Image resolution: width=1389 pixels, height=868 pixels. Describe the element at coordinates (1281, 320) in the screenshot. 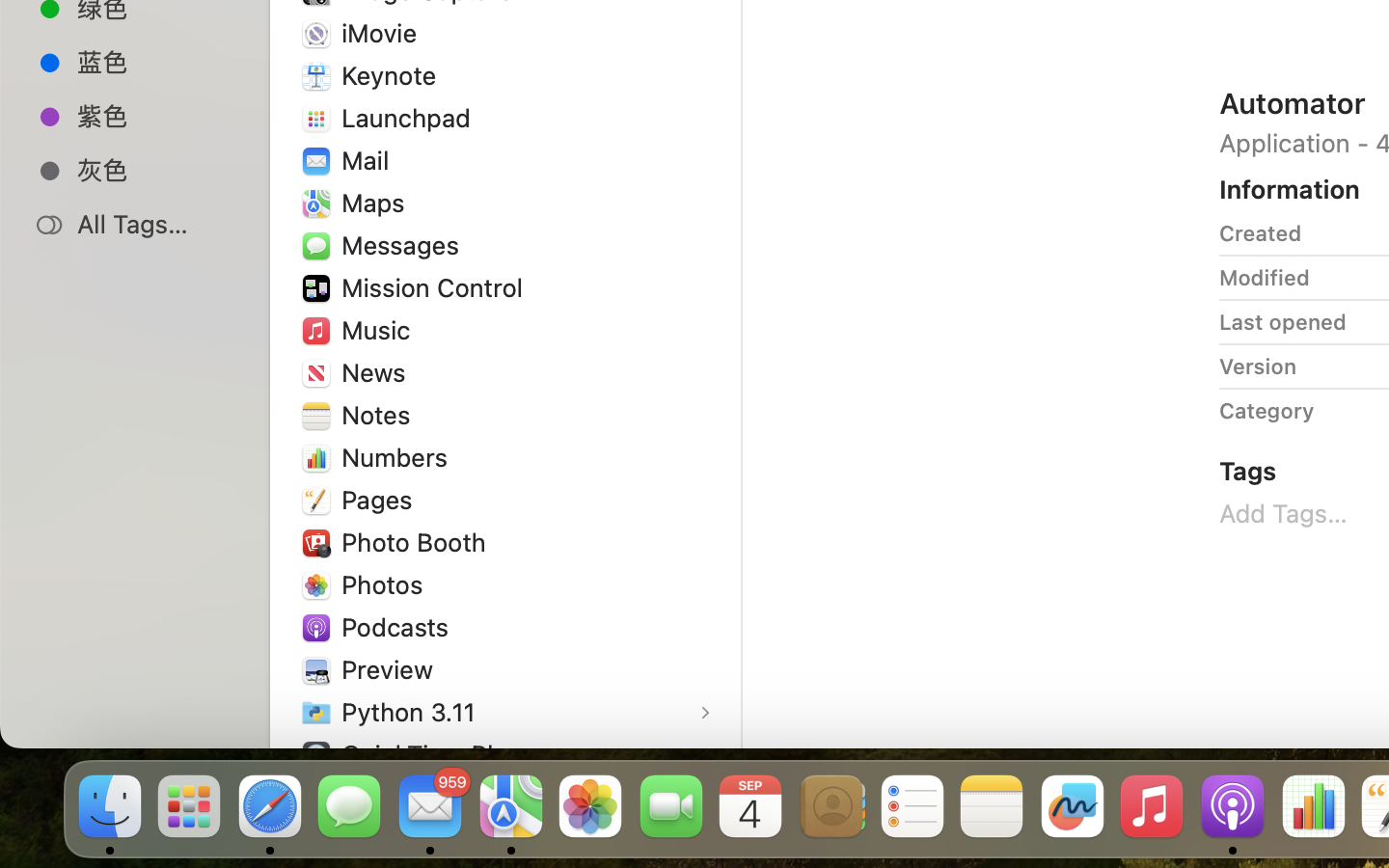

I see `'Last opened'` at that location.